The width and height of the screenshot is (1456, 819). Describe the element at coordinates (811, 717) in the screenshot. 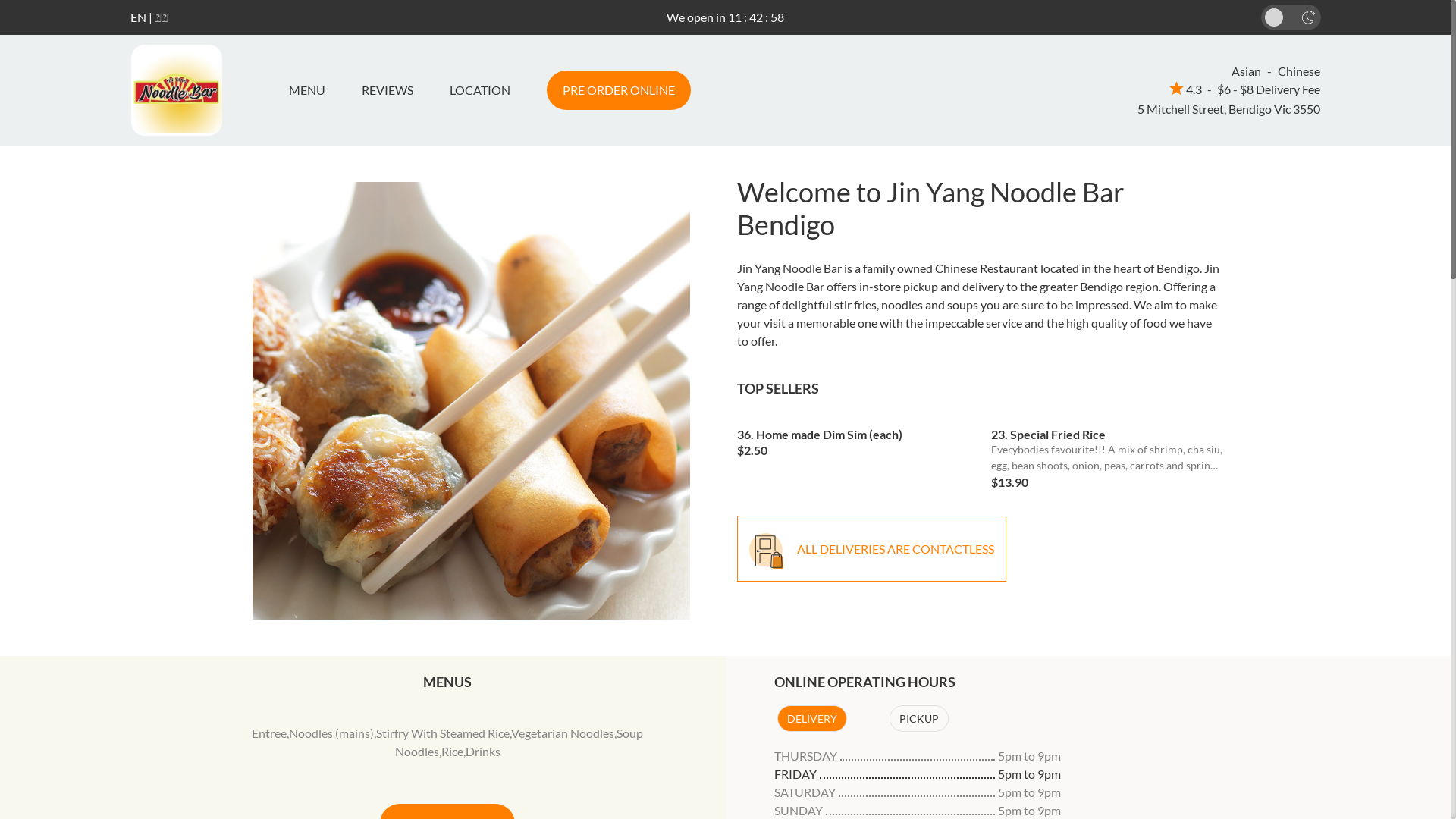

I see `'DELIVERY'` at that location.